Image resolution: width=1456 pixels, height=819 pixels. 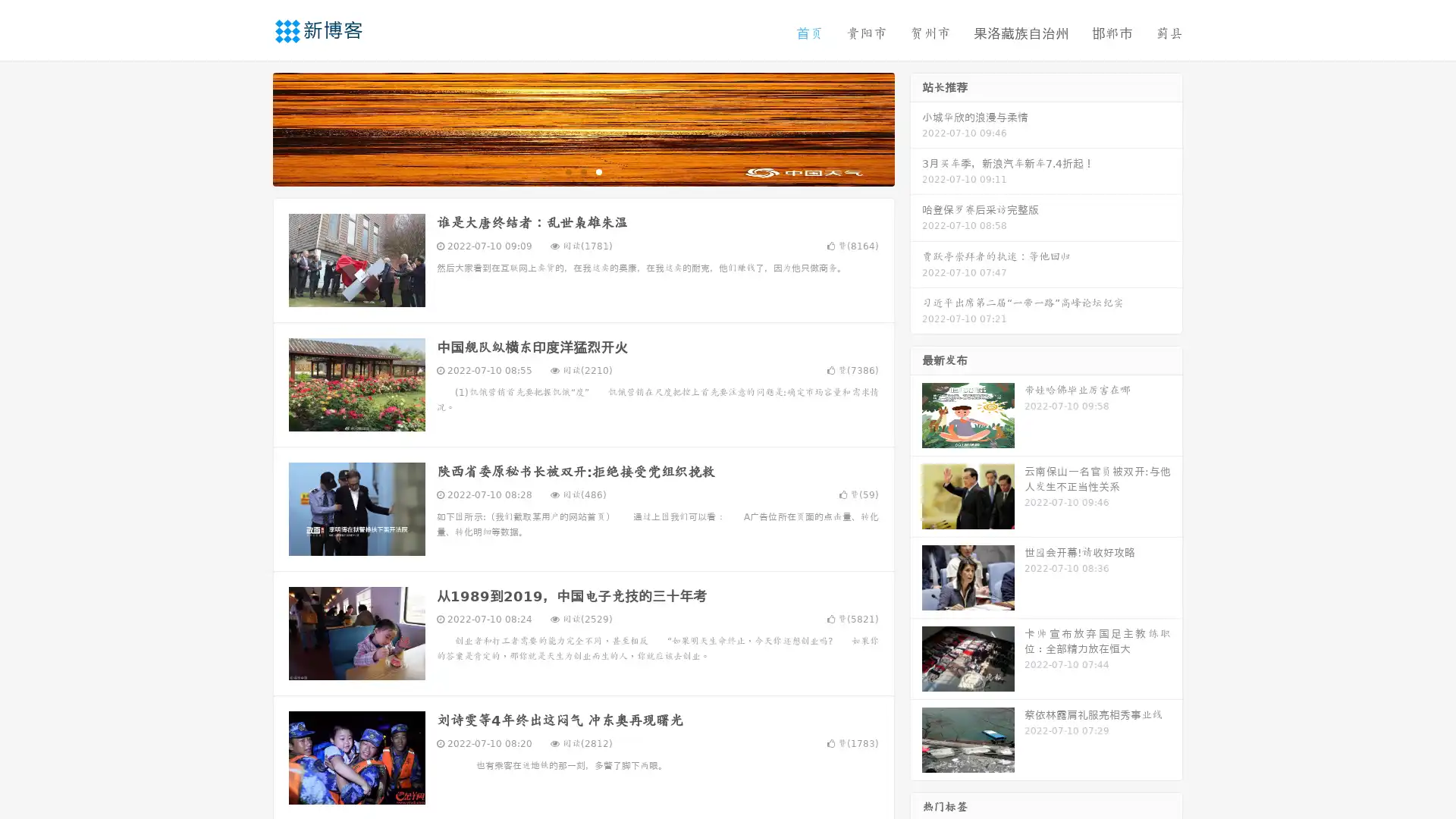 I want to click on Previous slide, so click(x=250, y=127).